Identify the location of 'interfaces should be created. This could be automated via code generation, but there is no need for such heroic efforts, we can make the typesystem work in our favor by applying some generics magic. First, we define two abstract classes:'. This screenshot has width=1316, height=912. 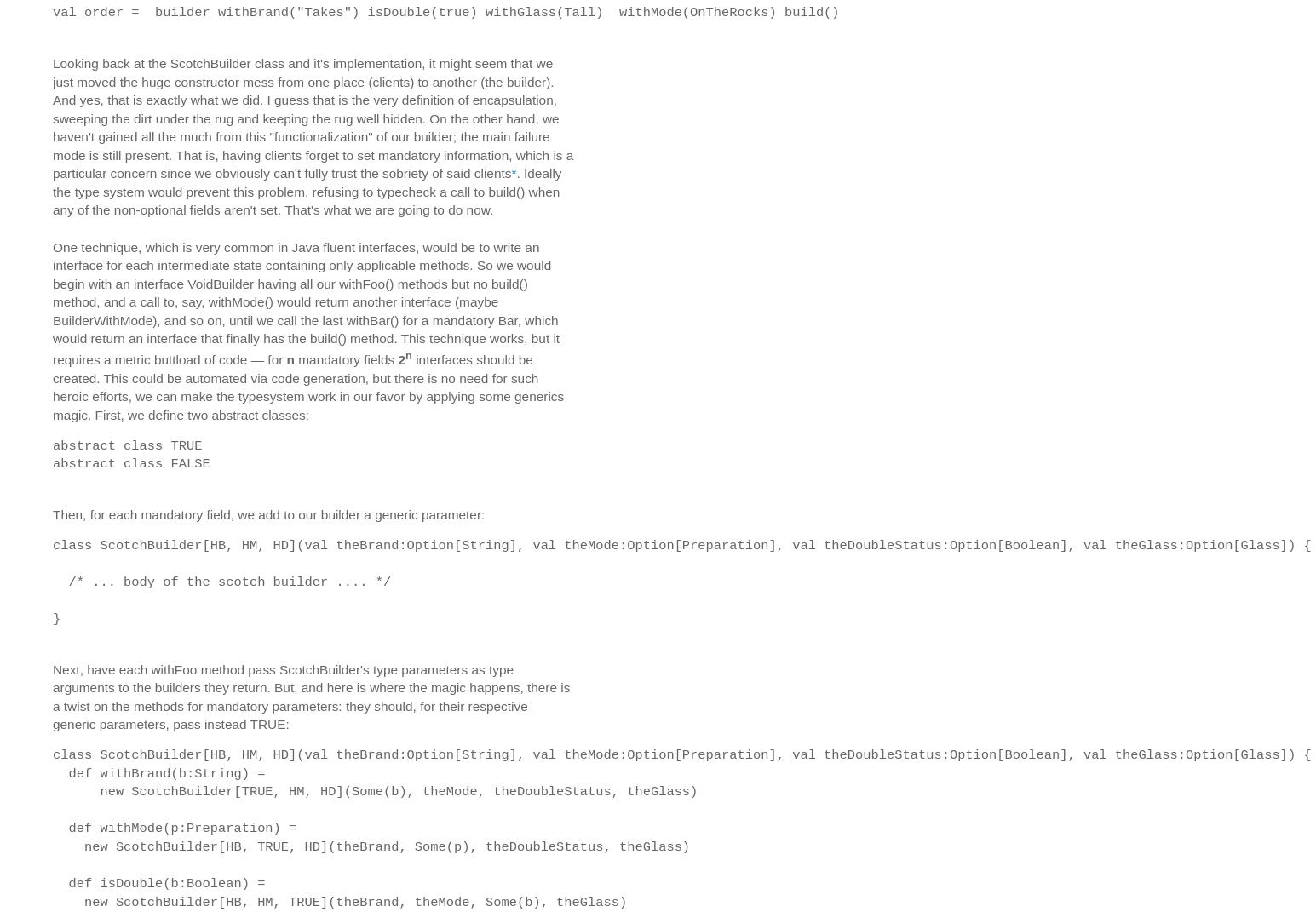
(307, 387).